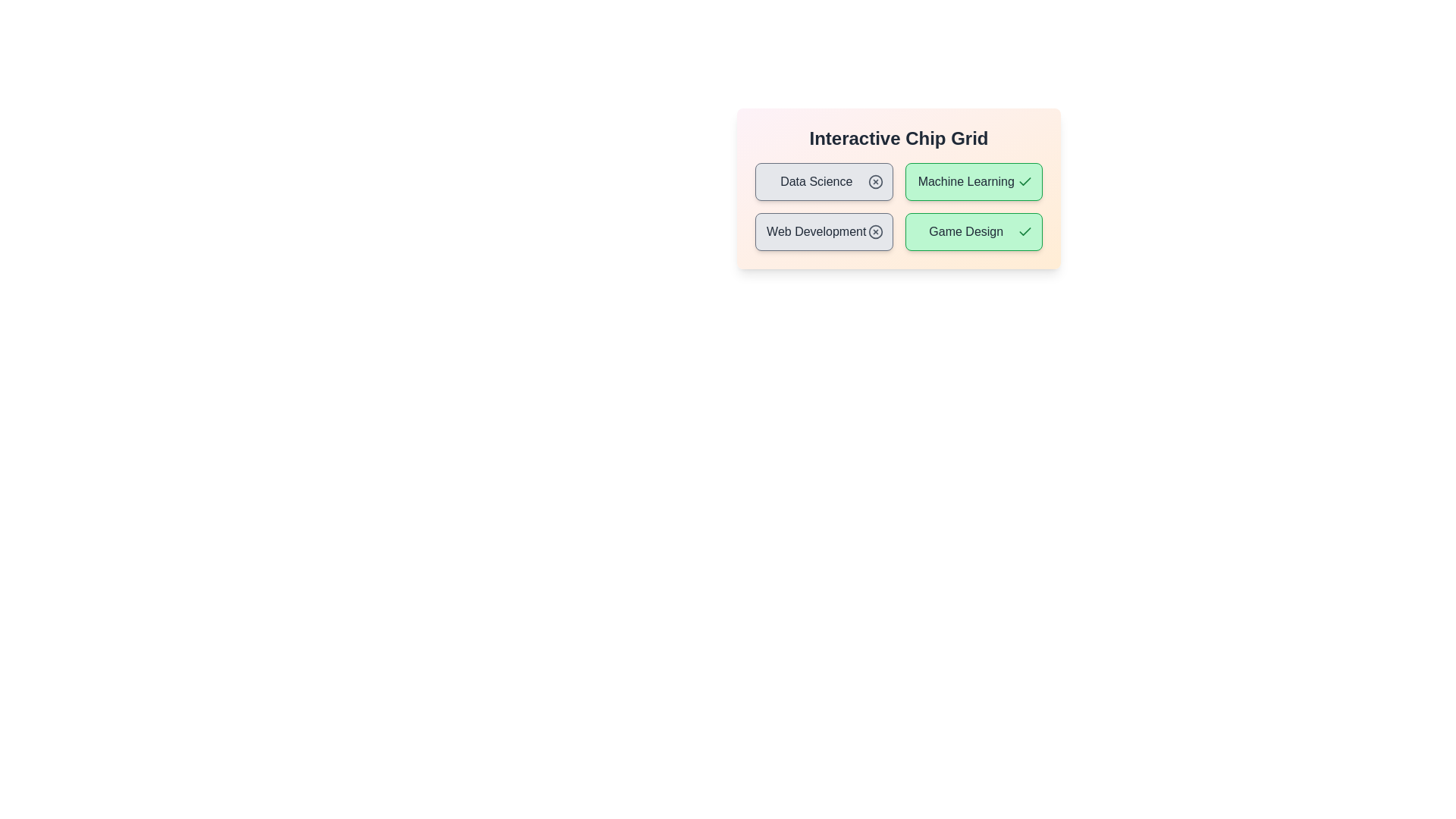 This screenshot has width=1456, height=819. What do you see at coordinates (823, 180) in the screenshot?
I see `the chip labeled Data Science to toggle its activation state` at bounding box center [823, 180].